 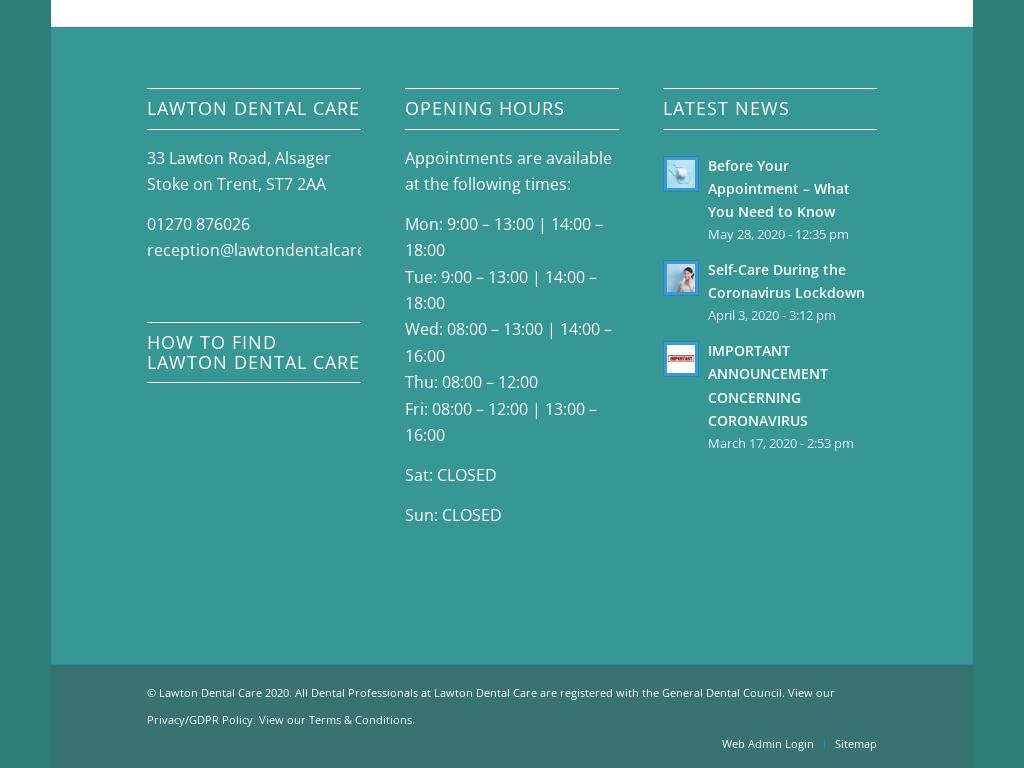 I want to click on 'Self-Care During the Coronavirus Lockdown', so click(x=785, y=279).